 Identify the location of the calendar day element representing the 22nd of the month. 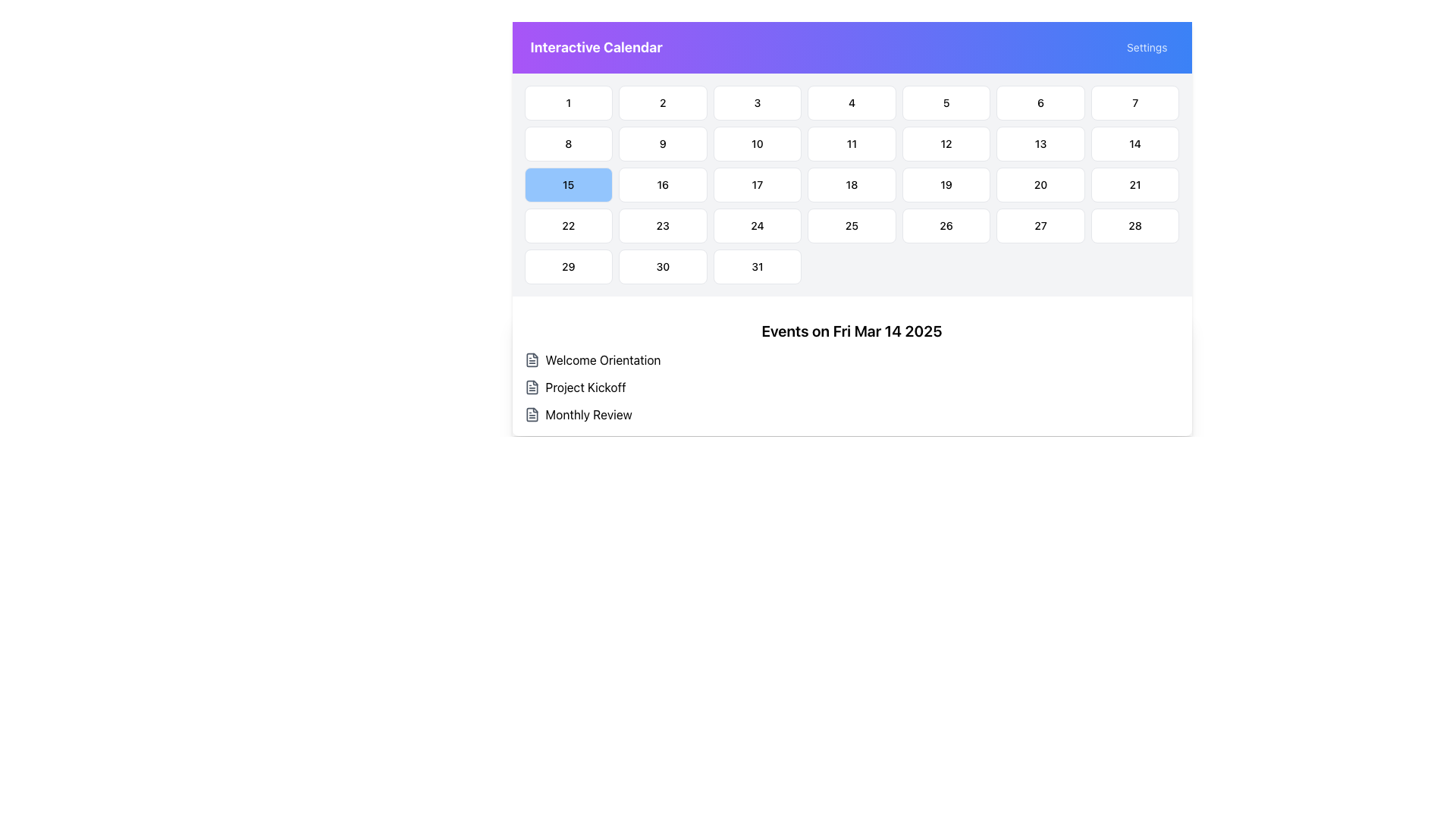
(567, 225).